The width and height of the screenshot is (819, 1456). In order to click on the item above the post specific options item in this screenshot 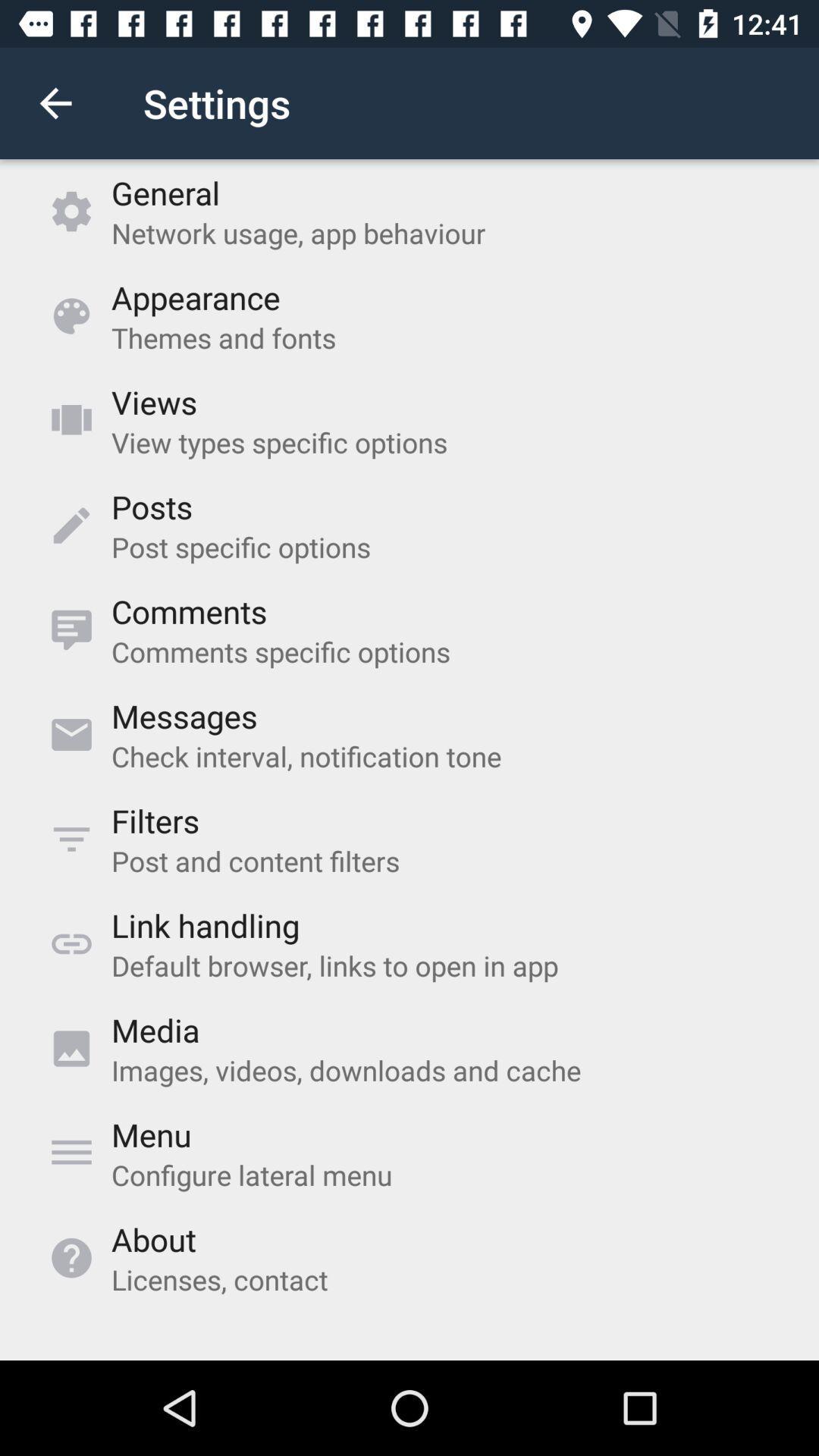, I will do `click(152, 507)`.